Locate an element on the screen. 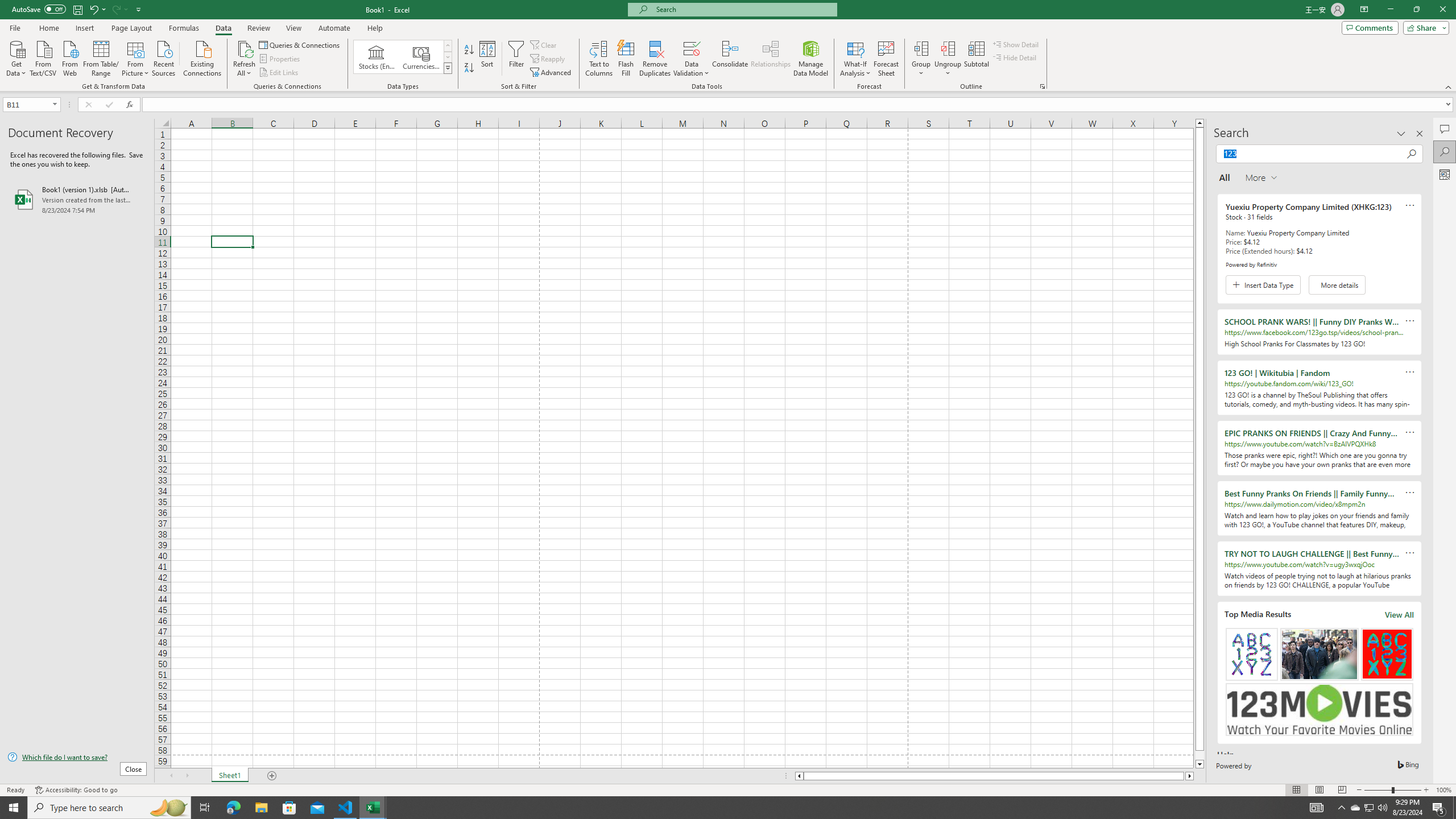 The height and width of the screenshot is (819, 1456). 'Help' is located at coordinates (375, 28).